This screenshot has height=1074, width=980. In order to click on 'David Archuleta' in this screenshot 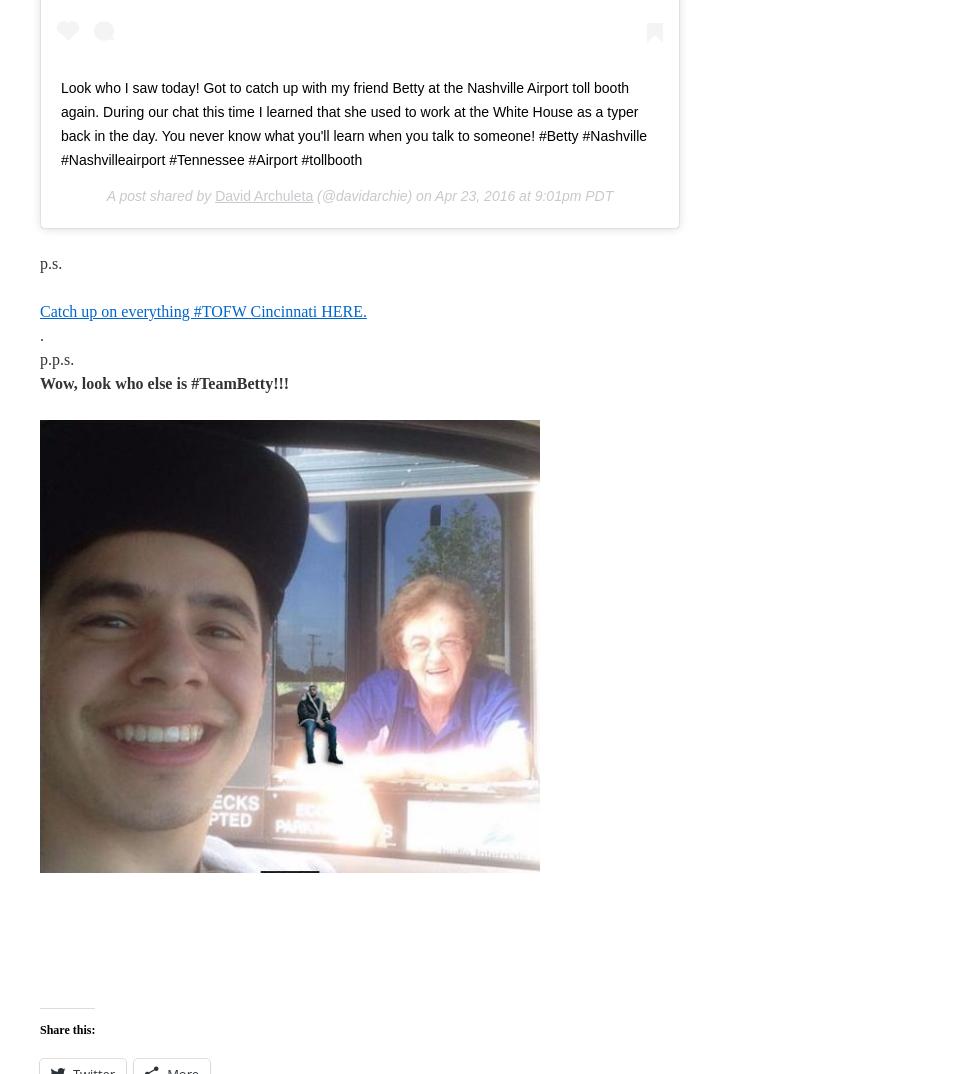, I will do `click(215, 195)`.